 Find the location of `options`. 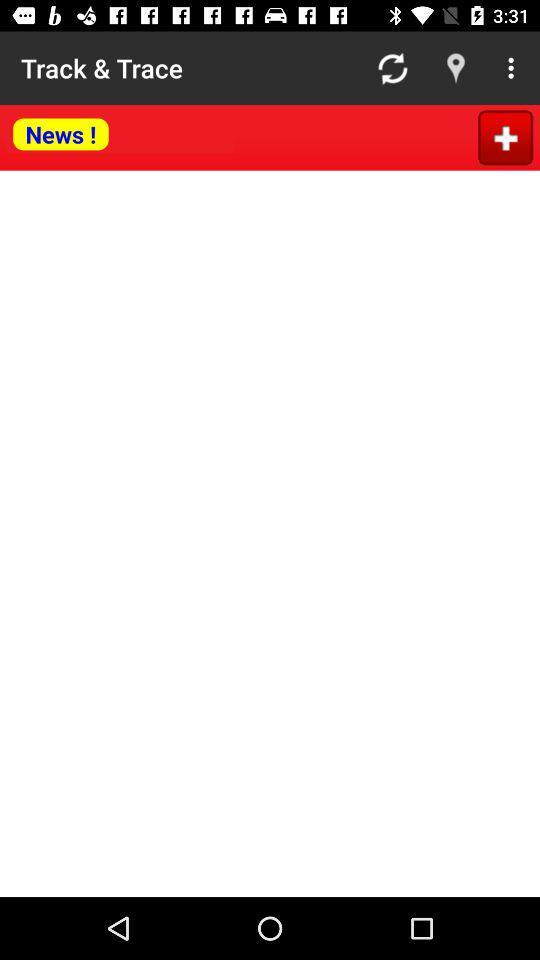

options is located at coordinates (504, 136).